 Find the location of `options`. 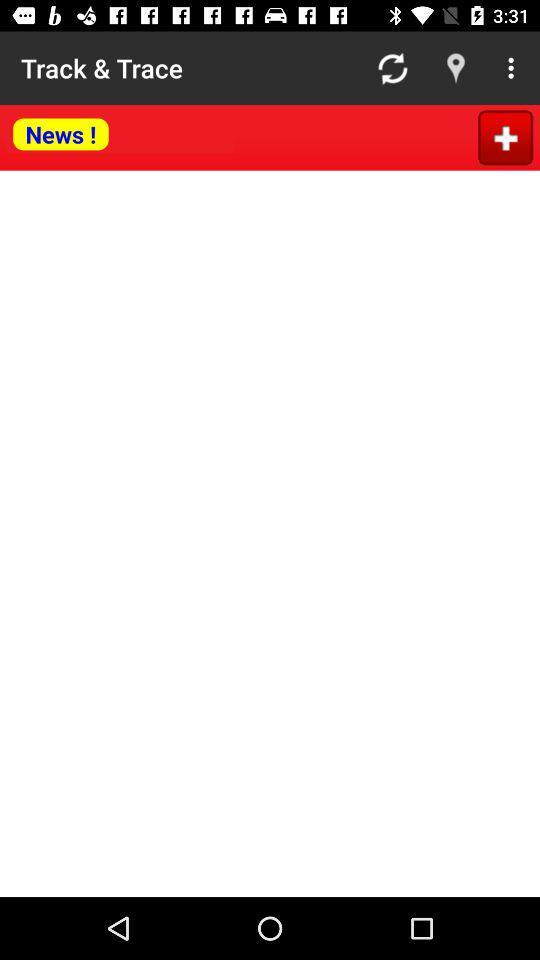

options is located at coordinates (504, 136).